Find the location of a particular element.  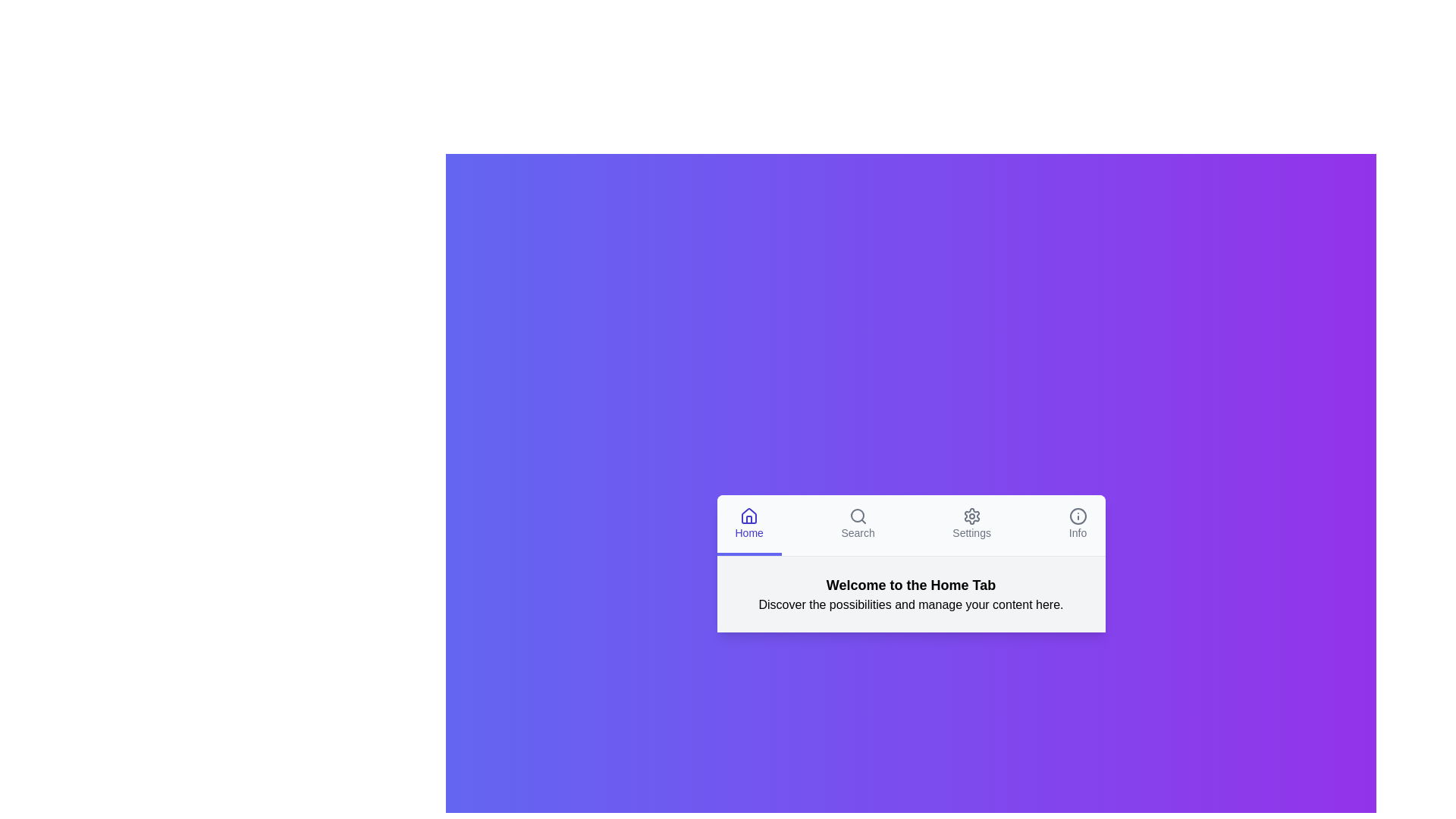

the Text Display Section that has a light gray background and contains the text 'Welcome to the Home Tab' and 'Discover the possibilities and manage your content here.' is located at coordinates (910, 593).